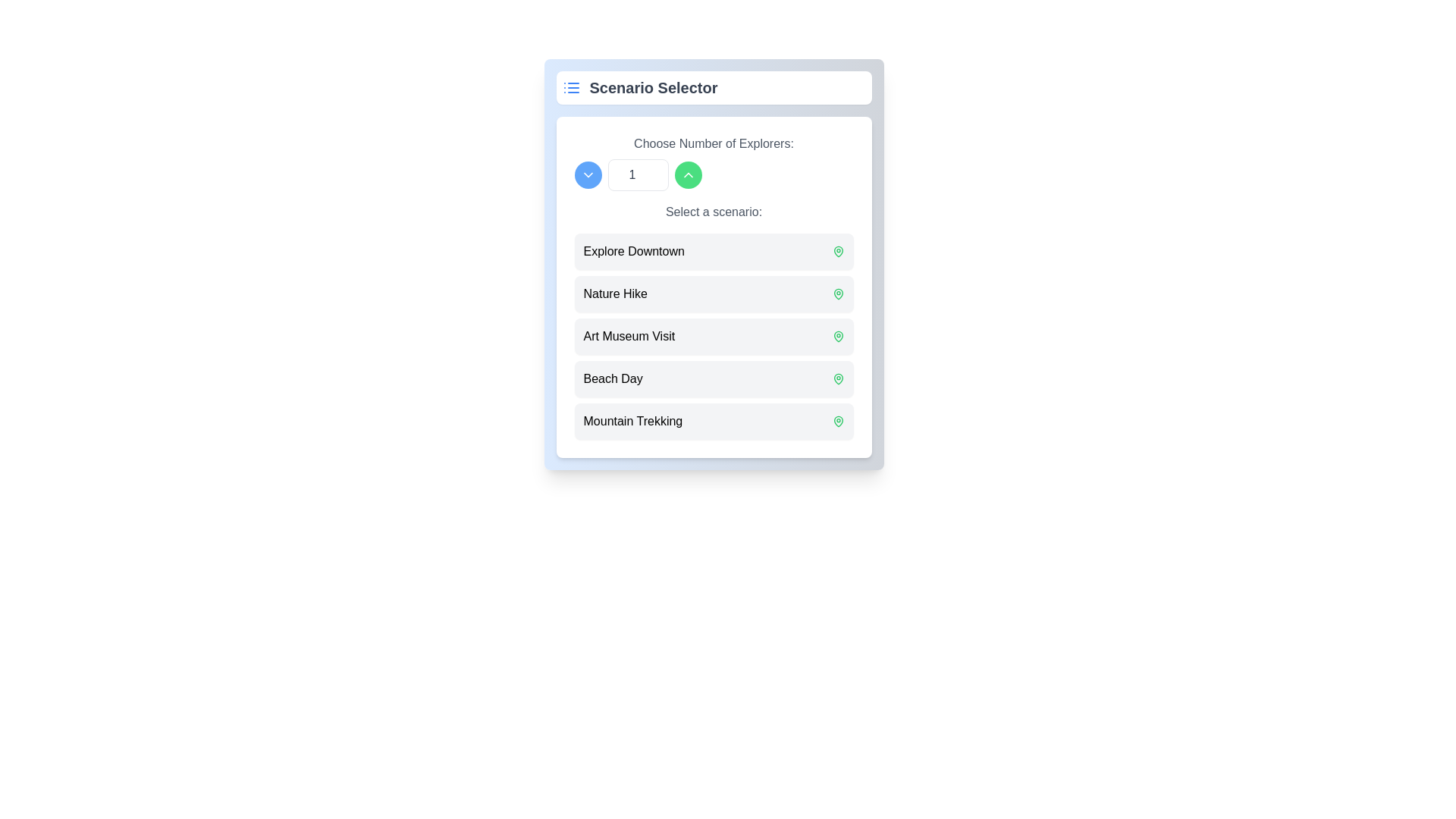 The height and width of the screenshot is (819, 1456). I want to click on the text label 'Mountain Trekking', so click(632, 421).